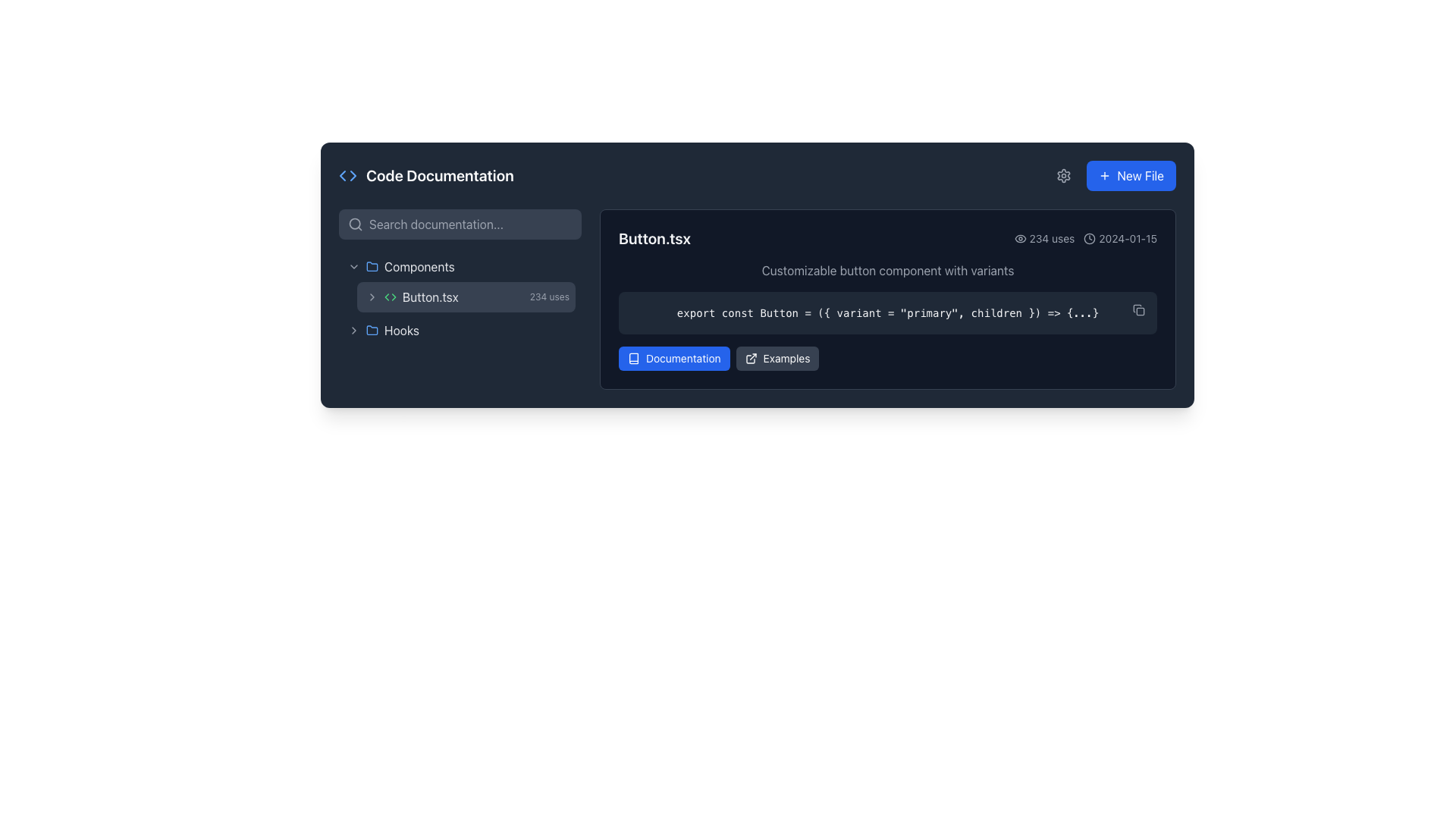 The height and width of the screenshot is (819, 1456). I want to click on the small circular '+' icon located within the 'New File' button in the top-right corner of the interface, so click(1105, 174).